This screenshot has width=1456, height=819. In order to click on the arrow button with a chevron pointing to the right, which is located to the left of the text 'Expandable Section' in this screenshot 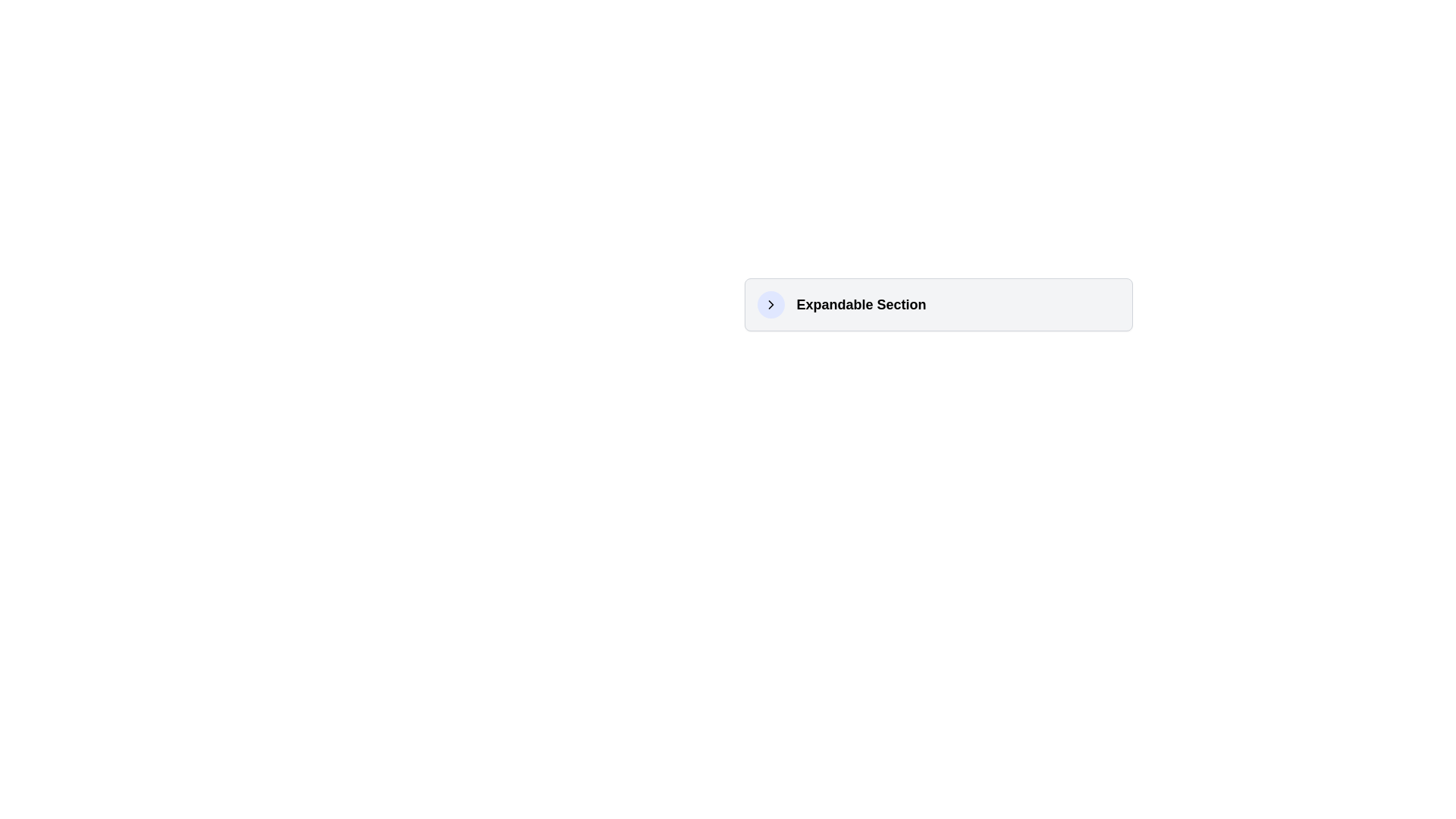, I will do `click(770, 304)`.